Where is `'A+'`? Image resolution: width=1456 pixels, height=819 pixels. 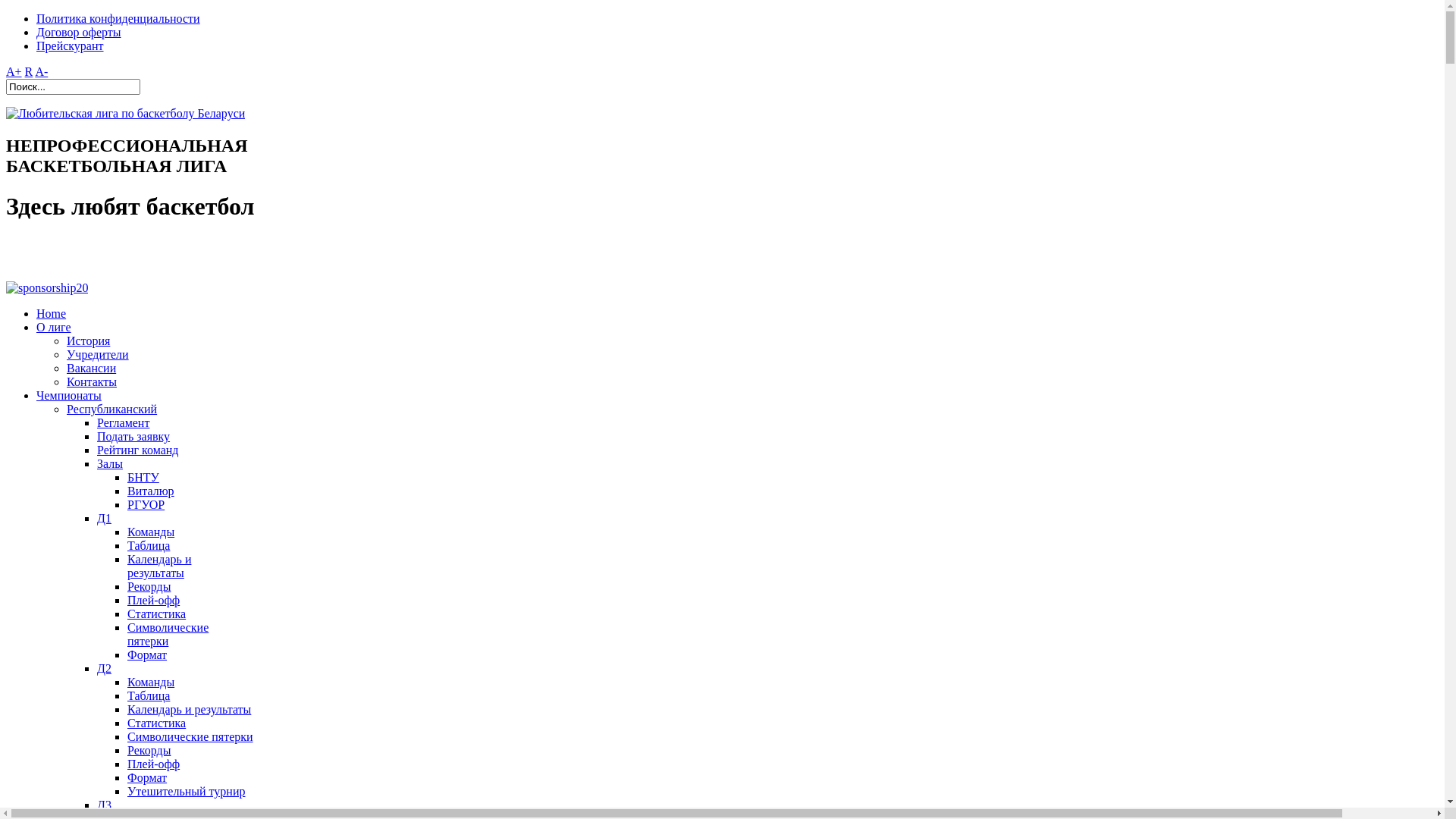 'A+' is located at coordinates (14, 71).